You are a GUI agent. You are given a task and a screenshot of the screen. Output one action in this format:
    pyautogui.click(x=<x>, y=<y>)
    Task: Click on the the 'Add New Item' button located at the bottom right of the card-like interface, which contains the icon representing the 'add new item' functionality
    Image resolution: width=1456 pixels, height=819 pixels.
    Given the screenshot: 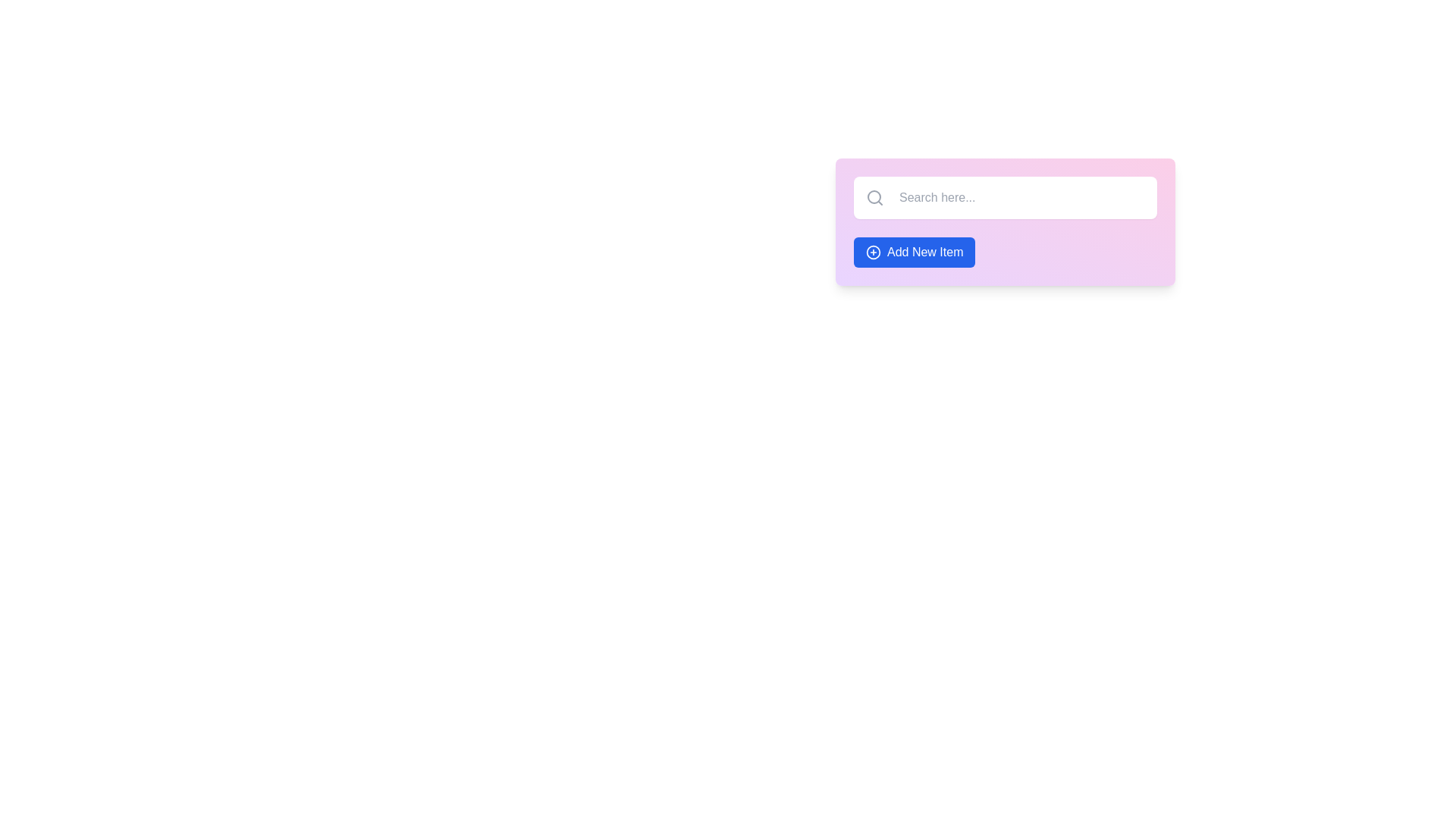 What is the action you would take?
    pyautogui.click(x=874, y=251)
    